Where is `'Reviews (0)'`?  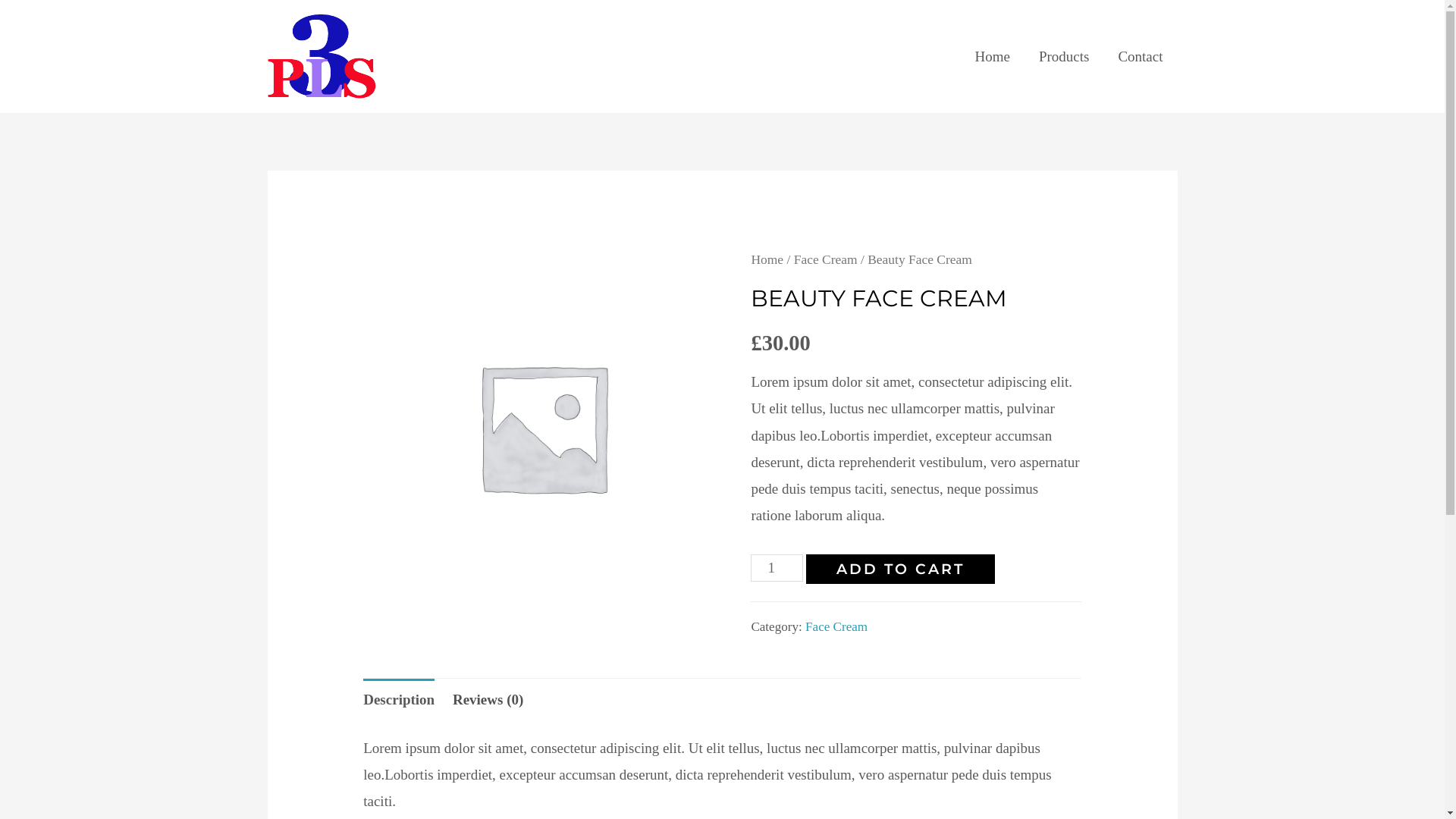 'Reviews (0)' is located at coordinates (451, 698).